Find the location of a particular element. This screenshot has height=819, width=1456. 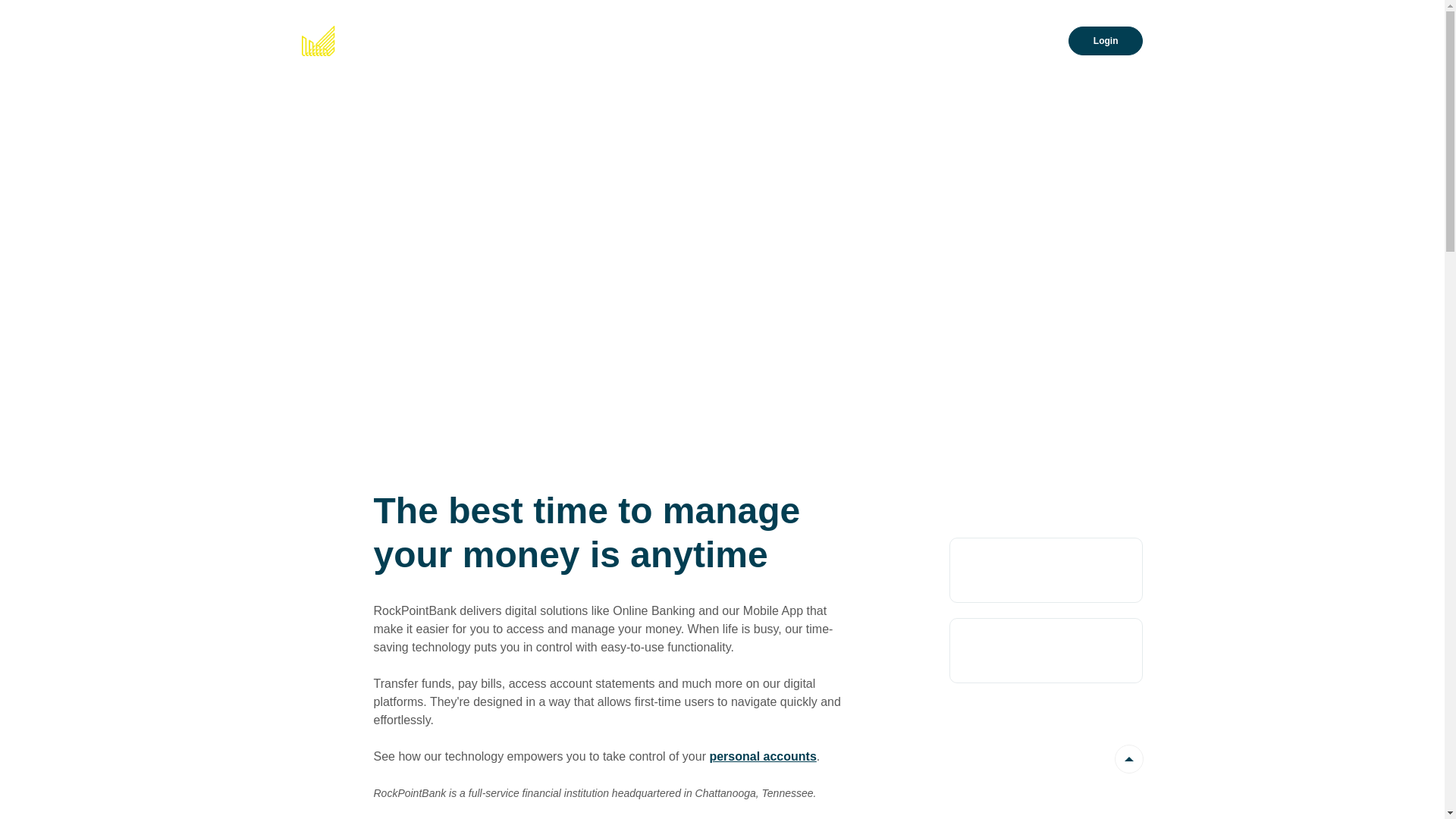

'Login' is located at coordinates (1106, 39).